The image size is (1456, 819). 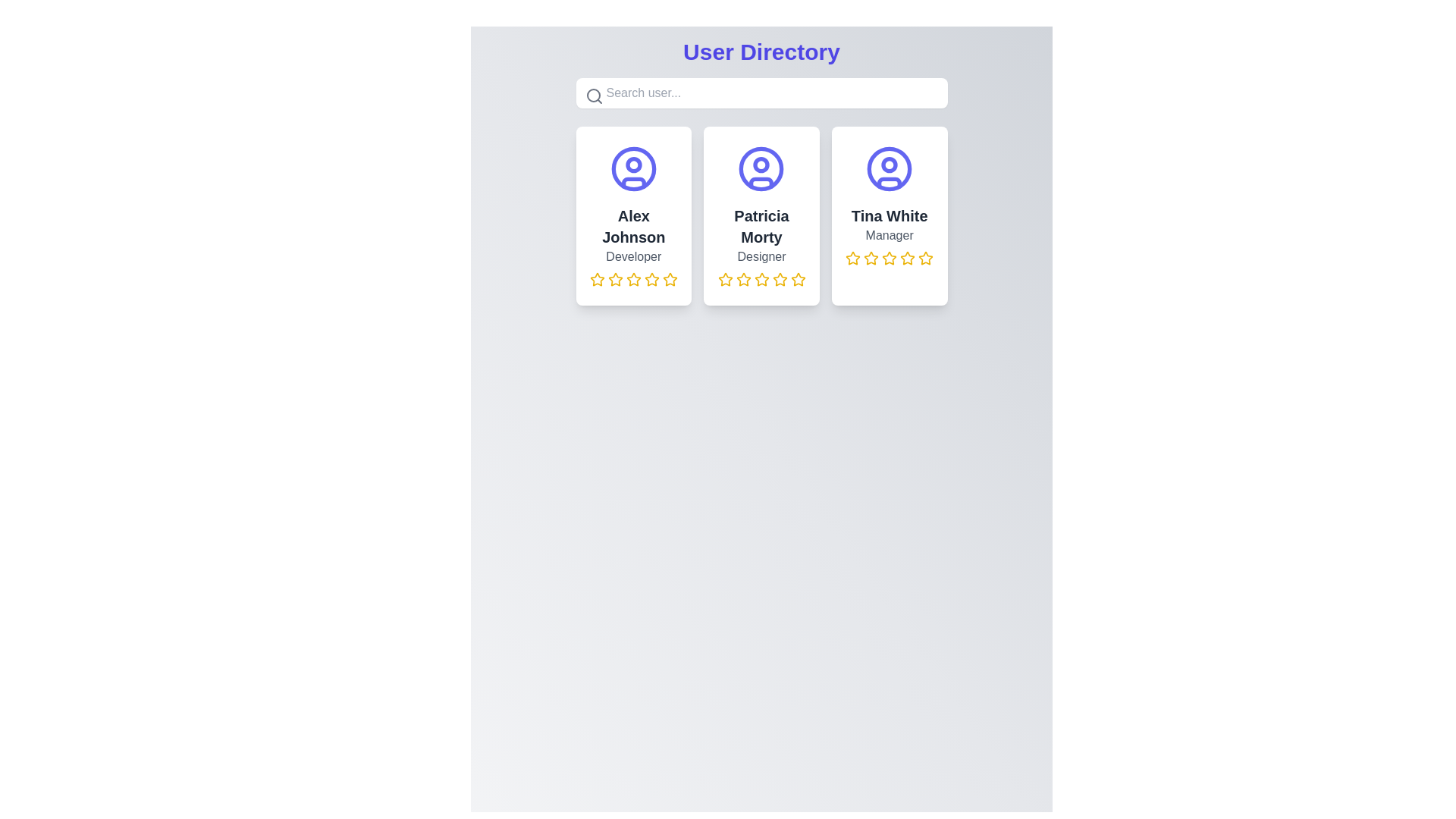 I want to click on the third star icon, so click(x=724, y=279).